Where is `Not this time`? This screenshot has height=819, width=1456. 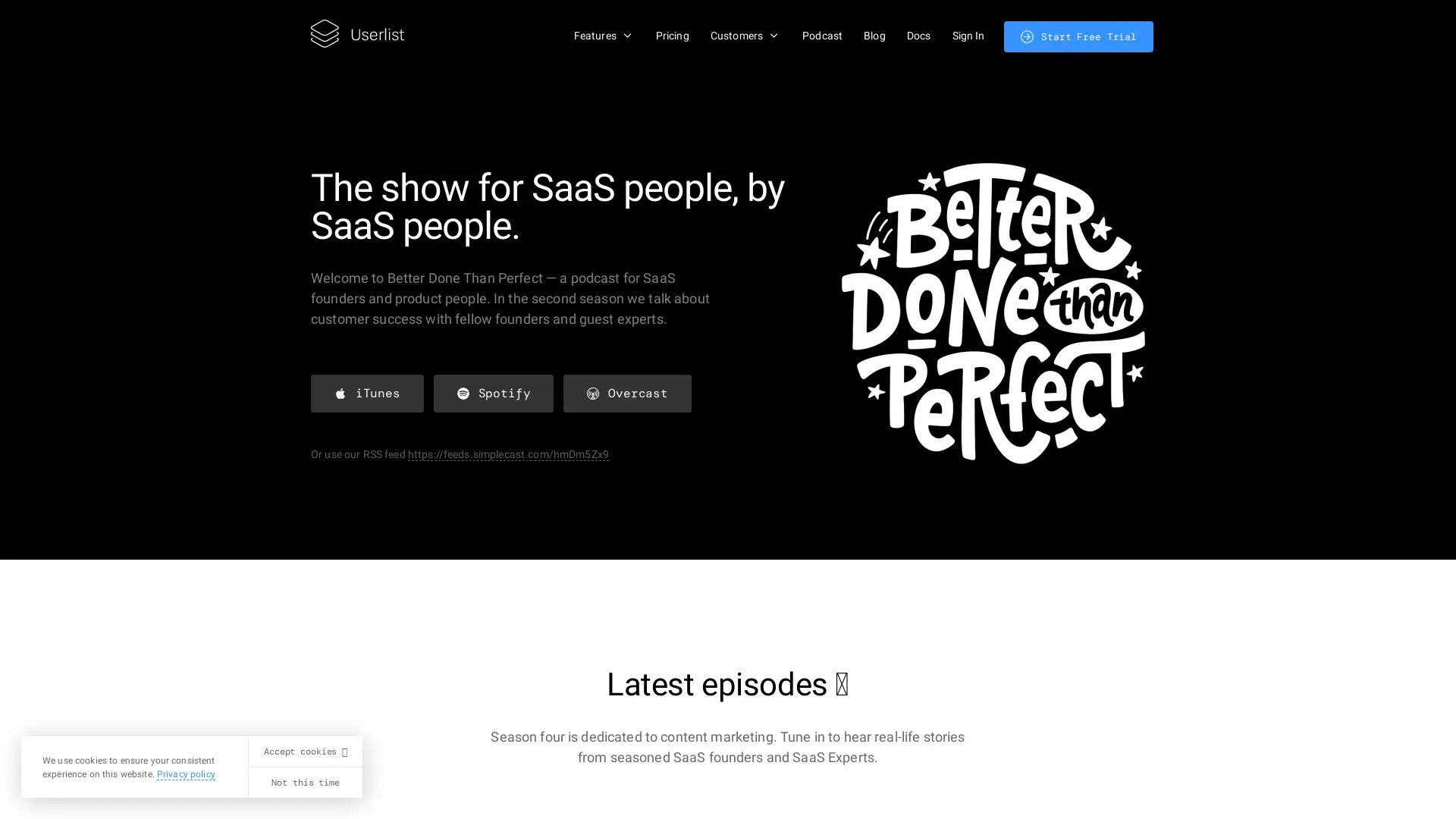
Not this time is located at coordinates (304, 783).